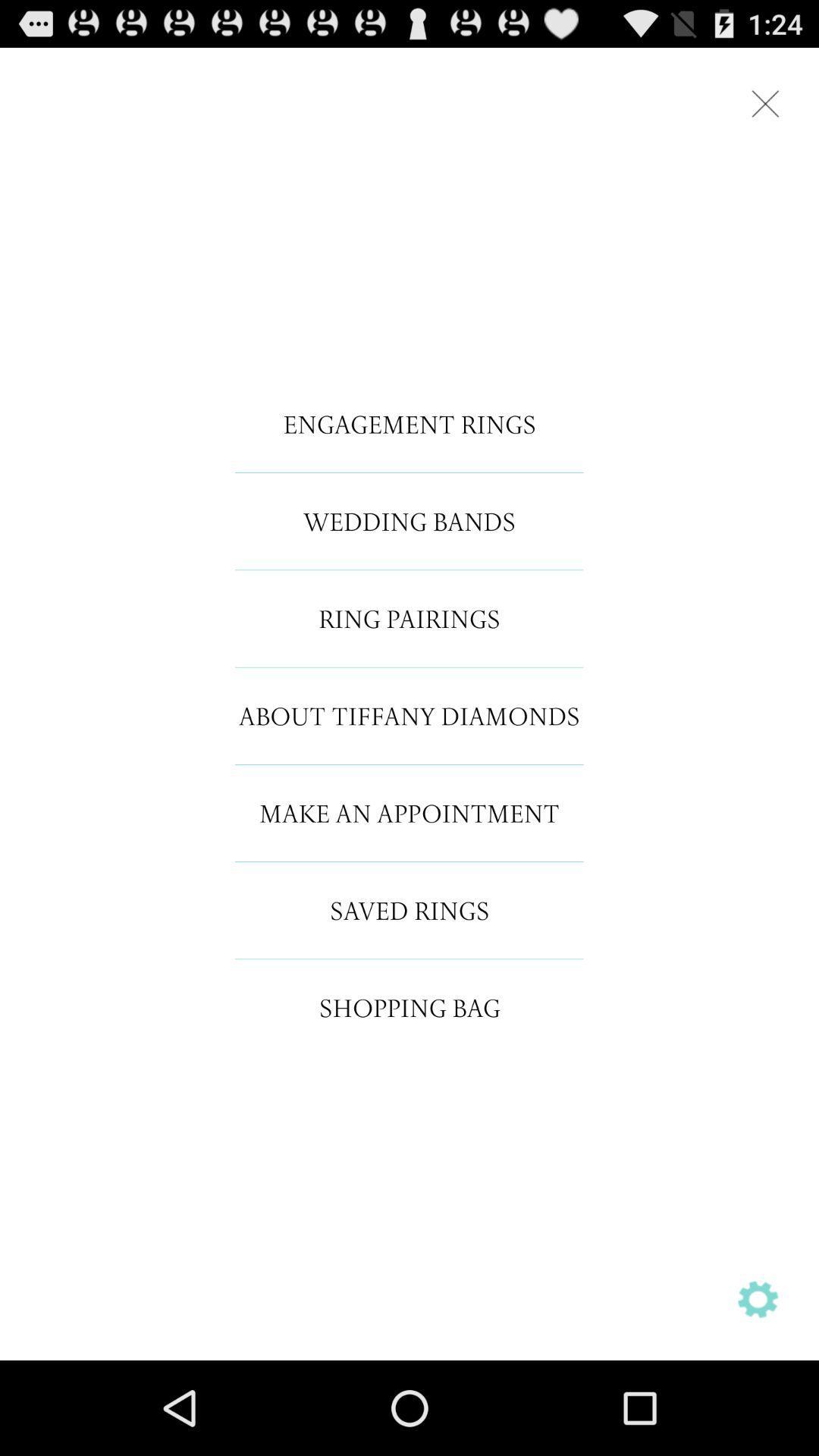 Image resolution: width=819 pixels, height=1456 pixels. Describe the element at coordinates (765, 110) in the screenshot. I see `the close icon` at that location.